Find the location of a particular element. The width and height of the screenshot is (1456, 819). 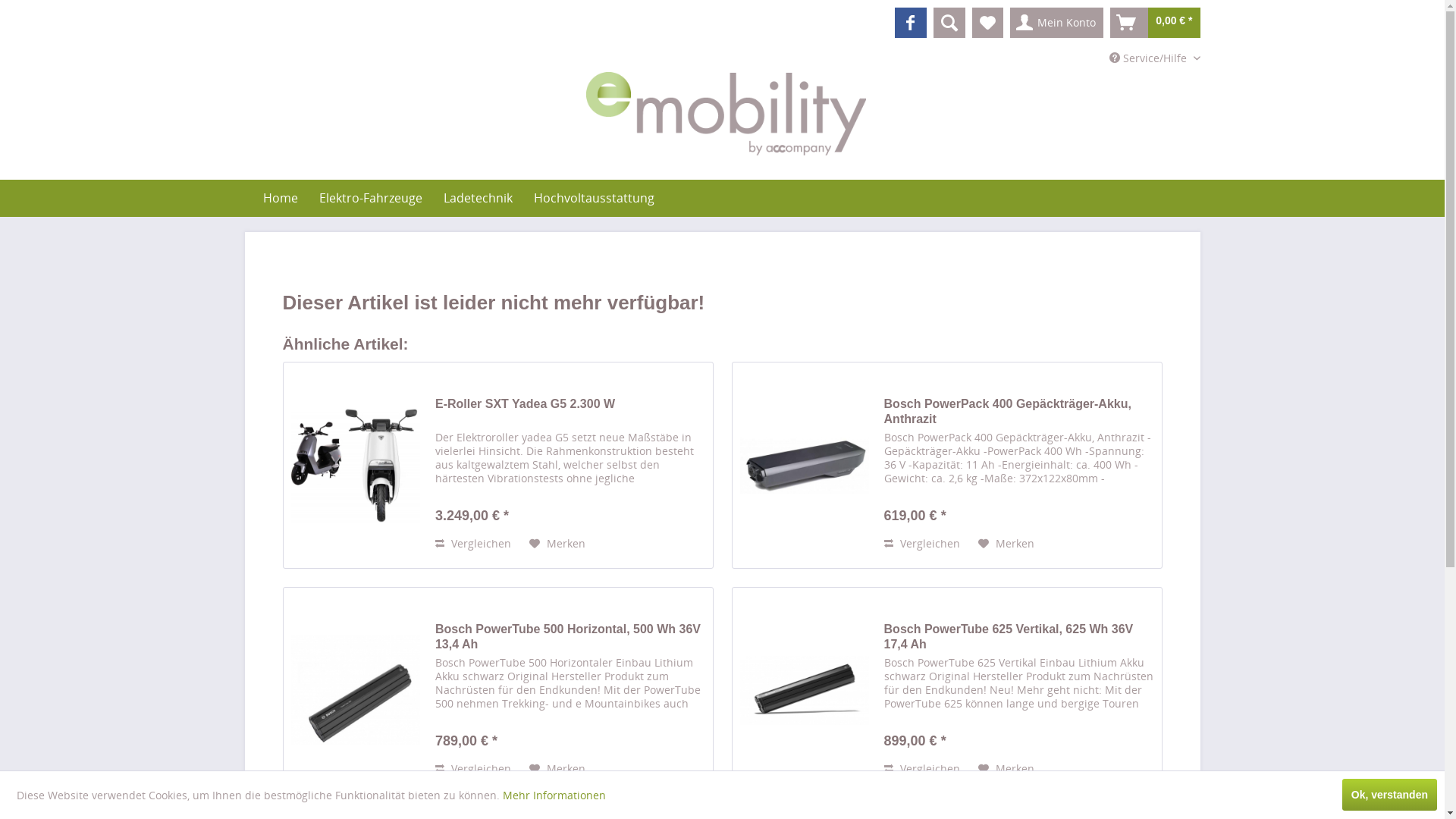

'Merkzettel' is located at coordinates (987, 23).